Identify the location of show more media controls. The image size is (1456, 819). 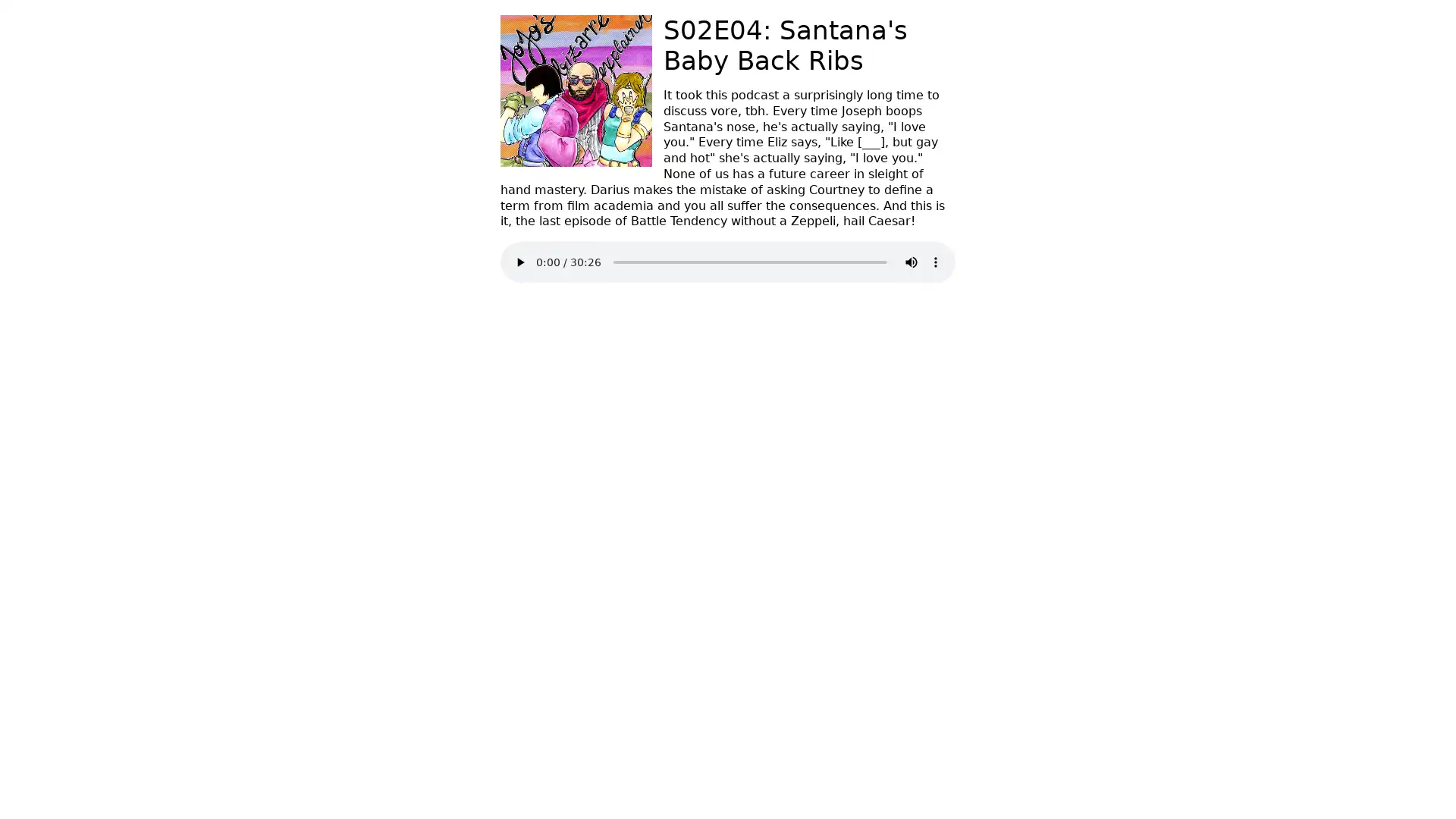
(934, 262).